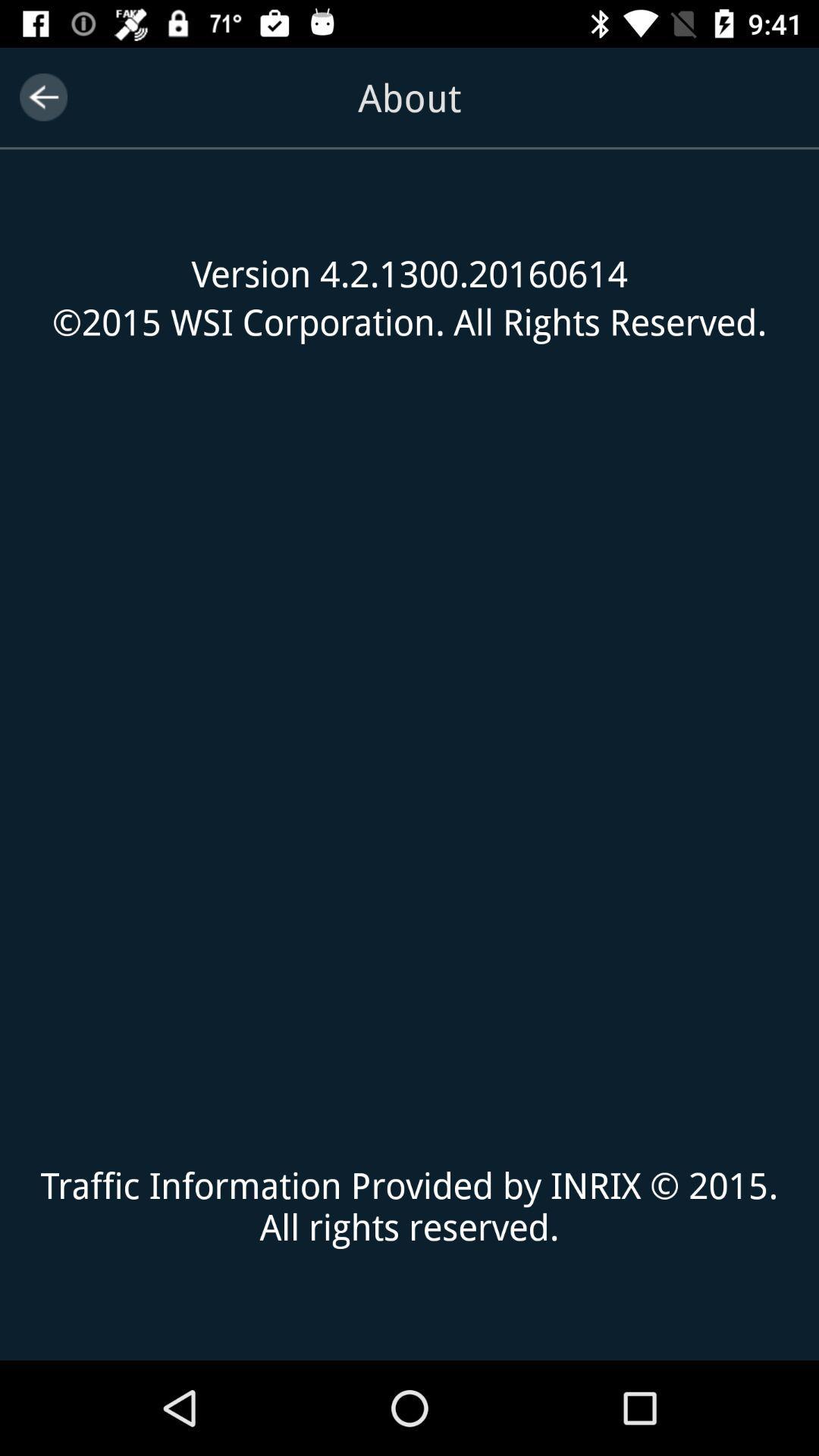 The height and width of the screenshot is (1456, 819). What do you see at coordinates (42, 96) in the screenshot?
I see `the arrow_backward icon` at bounding box center [42, 96].